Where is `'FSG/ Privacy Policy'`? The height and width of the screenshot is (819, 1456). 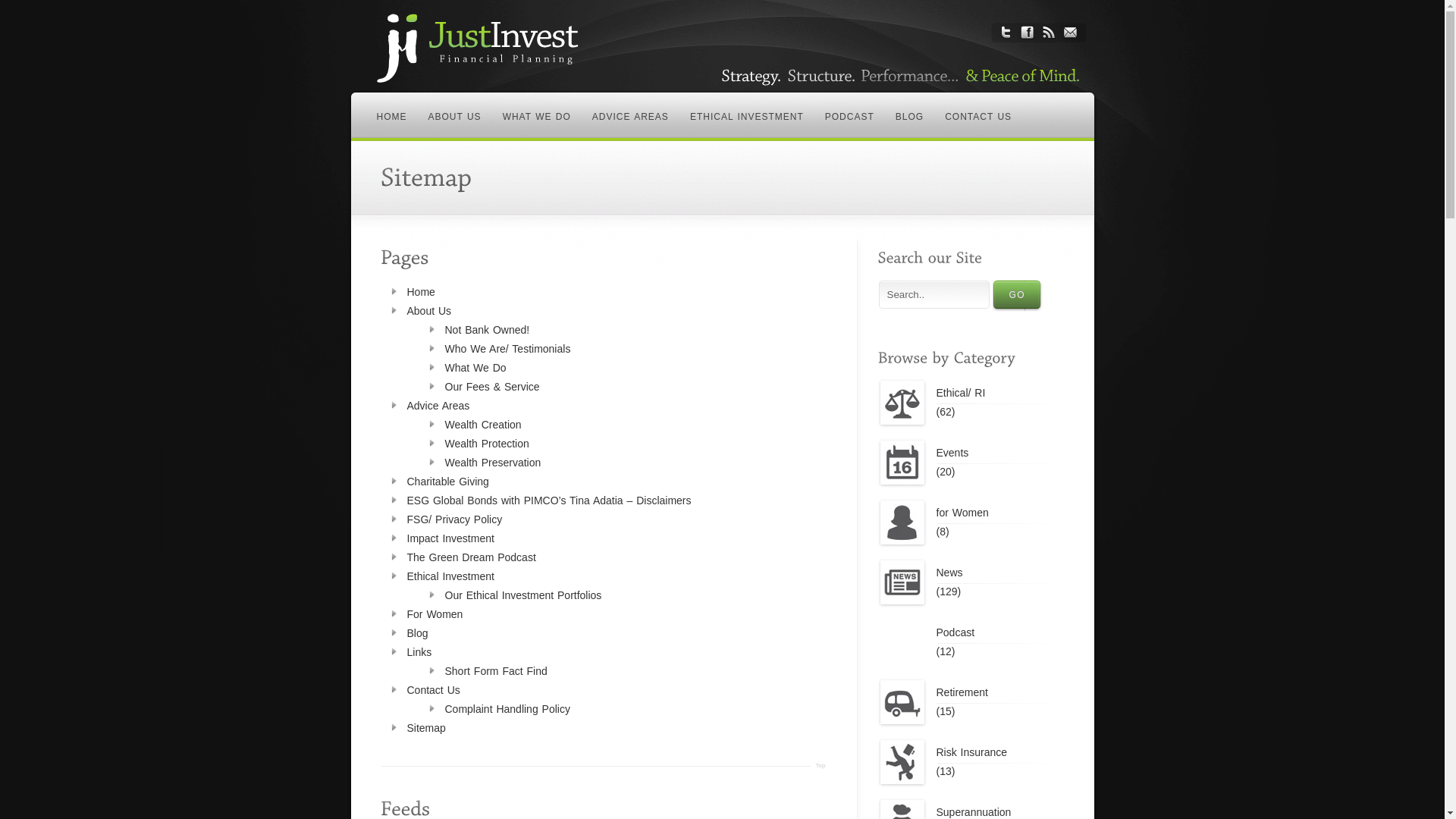
'FSG/ Privacy Policy' is located at coordinates (453, 519).